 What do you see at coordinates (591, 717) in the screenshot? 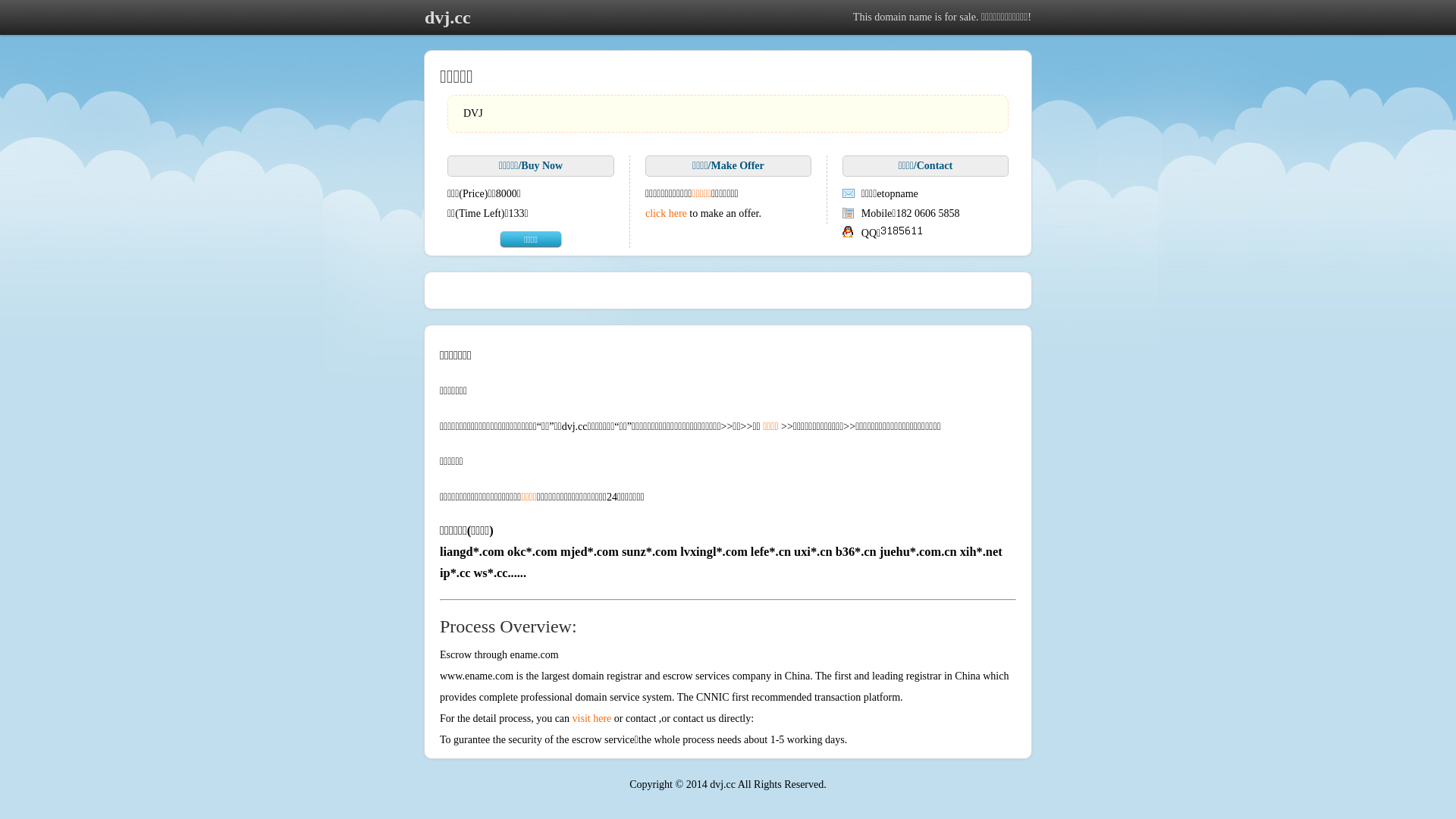
I see `'visit here'` at bounding box center [591, 717].